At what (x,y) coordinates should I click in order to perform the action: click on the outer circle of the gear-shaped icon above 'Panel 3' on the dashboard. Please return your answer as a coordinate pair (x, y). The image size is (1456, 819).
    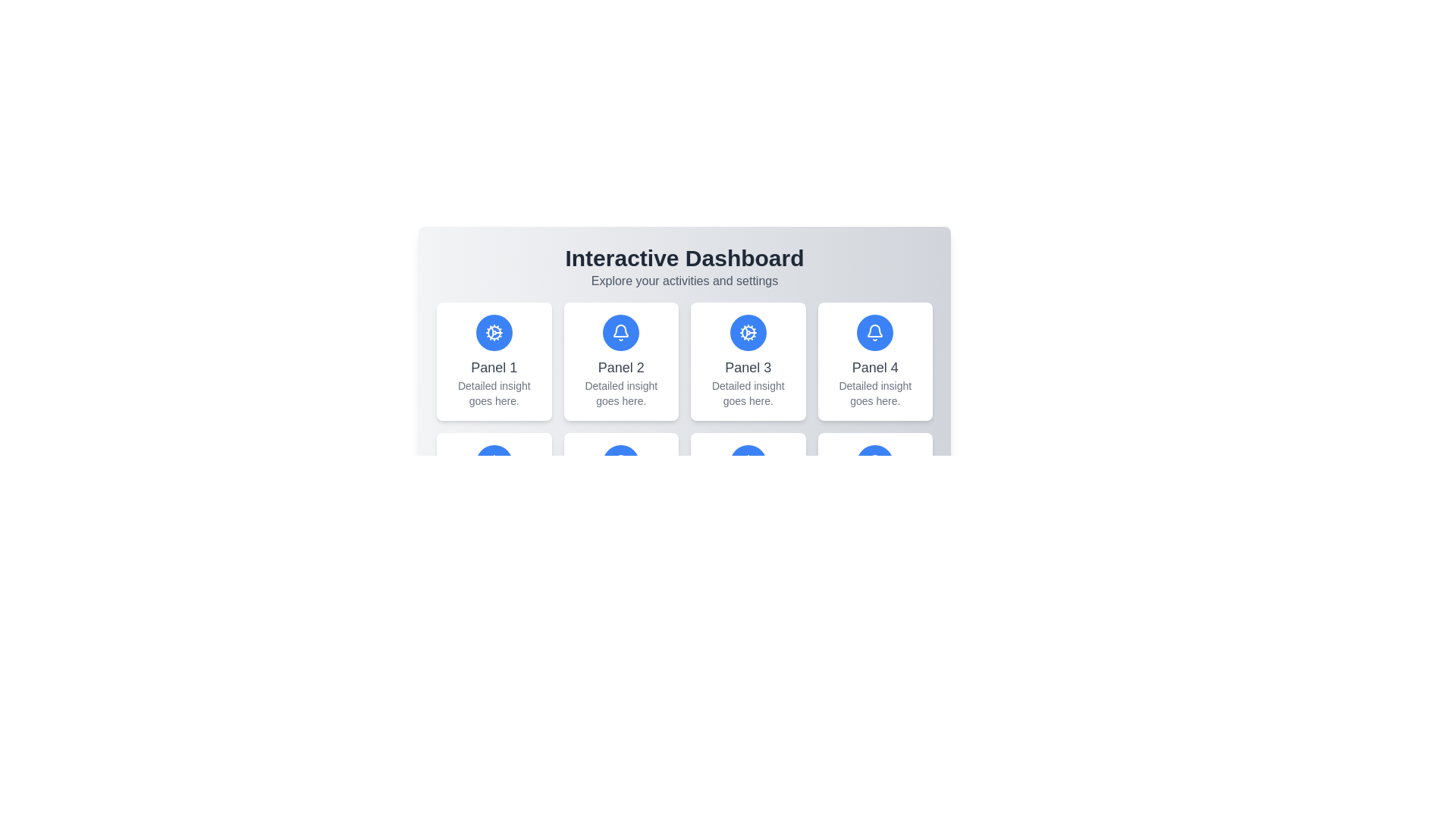
    Looking at the image, I should click on (494, 332).